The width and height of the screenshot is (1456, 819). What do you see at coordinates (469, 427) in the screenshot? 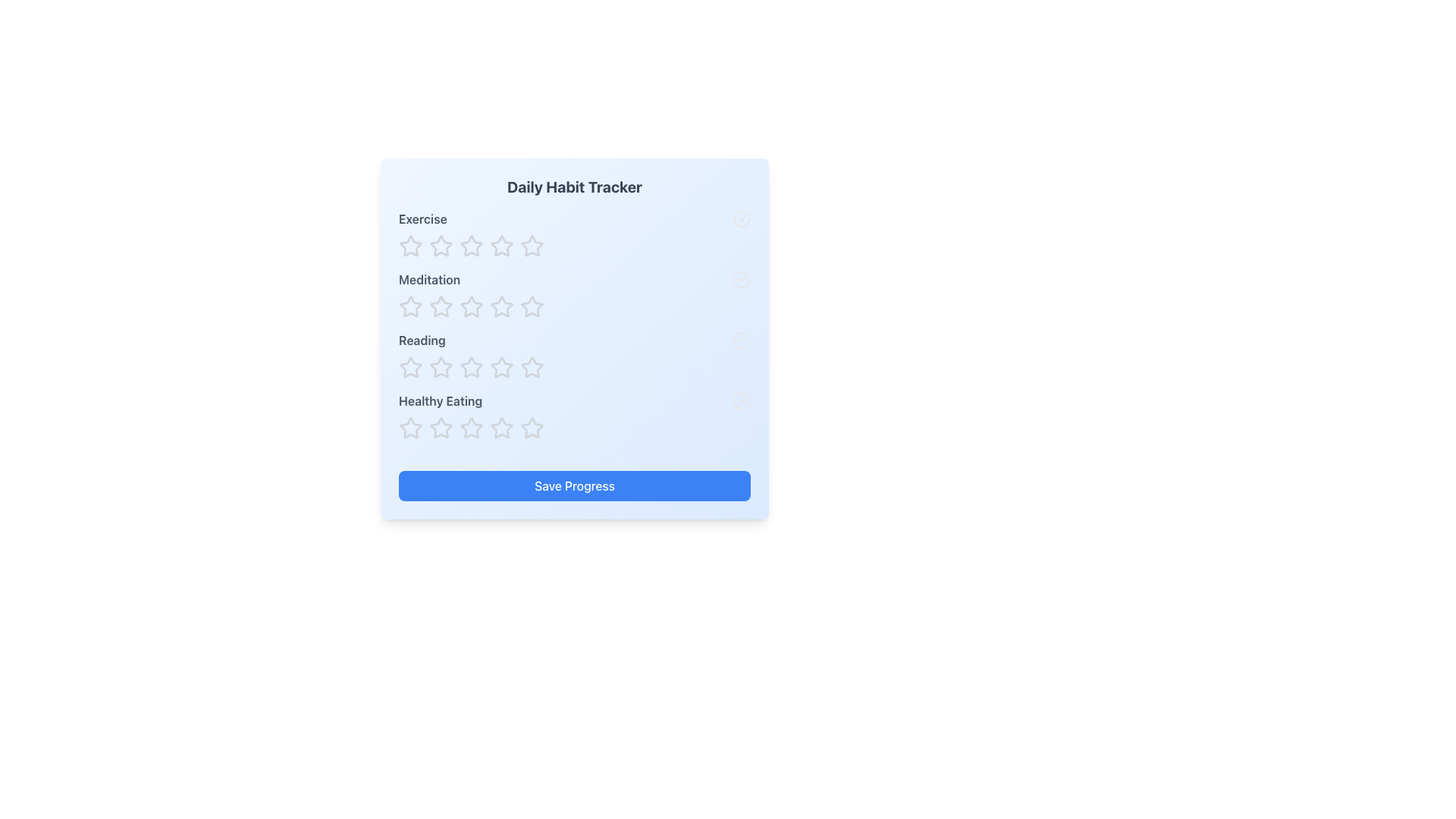
I see `the first star-shaped icon with an outlined border and no inner fill, located under the 'Healthy Eating' label` at bounding box center [469, 427].